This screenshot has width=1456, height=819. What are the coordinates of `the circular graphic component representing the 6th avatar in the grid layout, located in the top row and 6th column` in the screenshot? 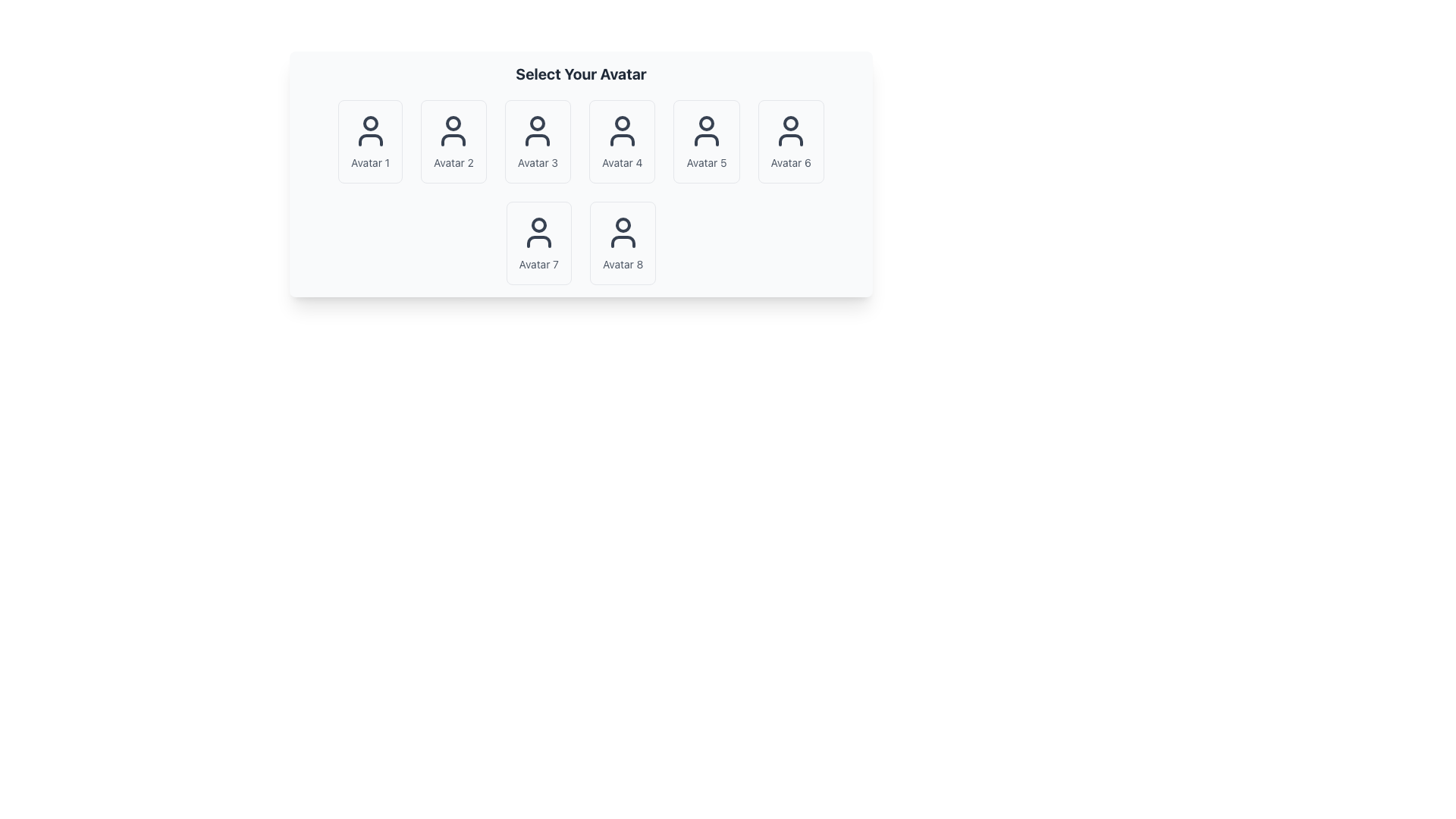 It's located at (790, 122).